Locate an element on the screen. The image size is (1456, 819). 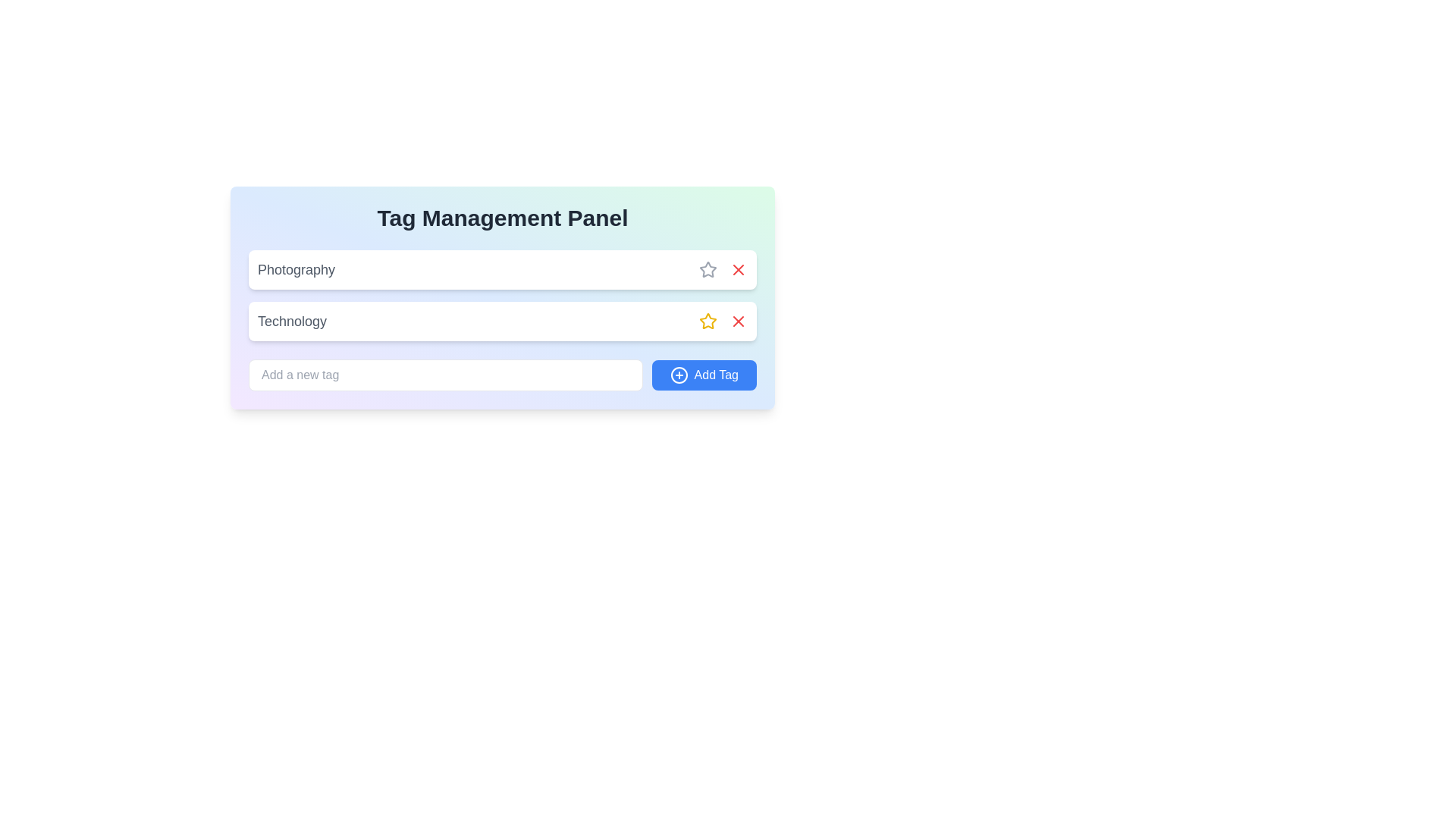
the 'X' icon button used for deleting the 'Technology' tag in the Tag Management Panel is located at coordinates (739, 321).